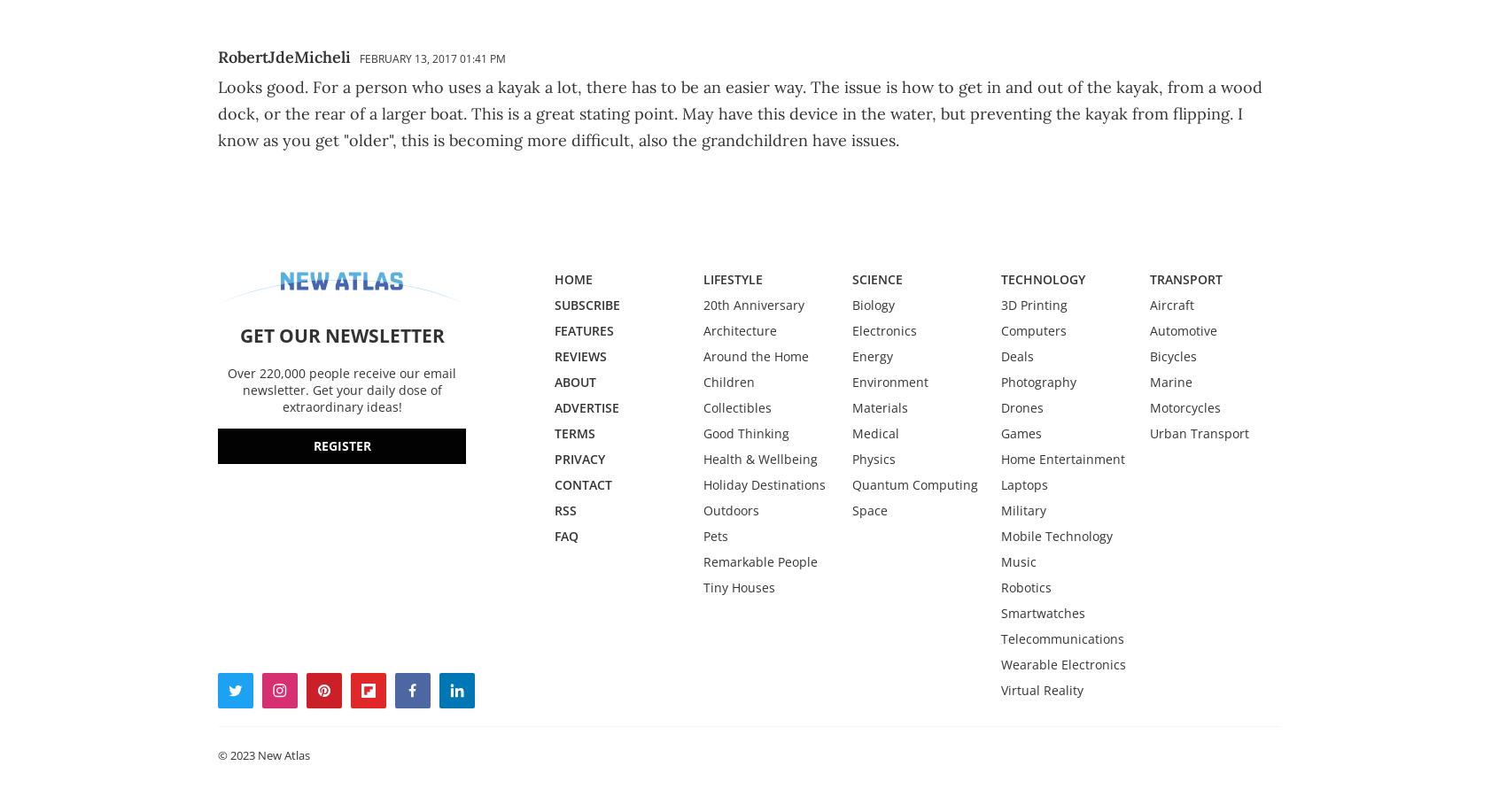 This screenshot has height=812, width=1499. What do you see at coordinates (586, 304) in the screenshot?
I see `'SUBSCRIBE'` at bounding box center [586, 304].